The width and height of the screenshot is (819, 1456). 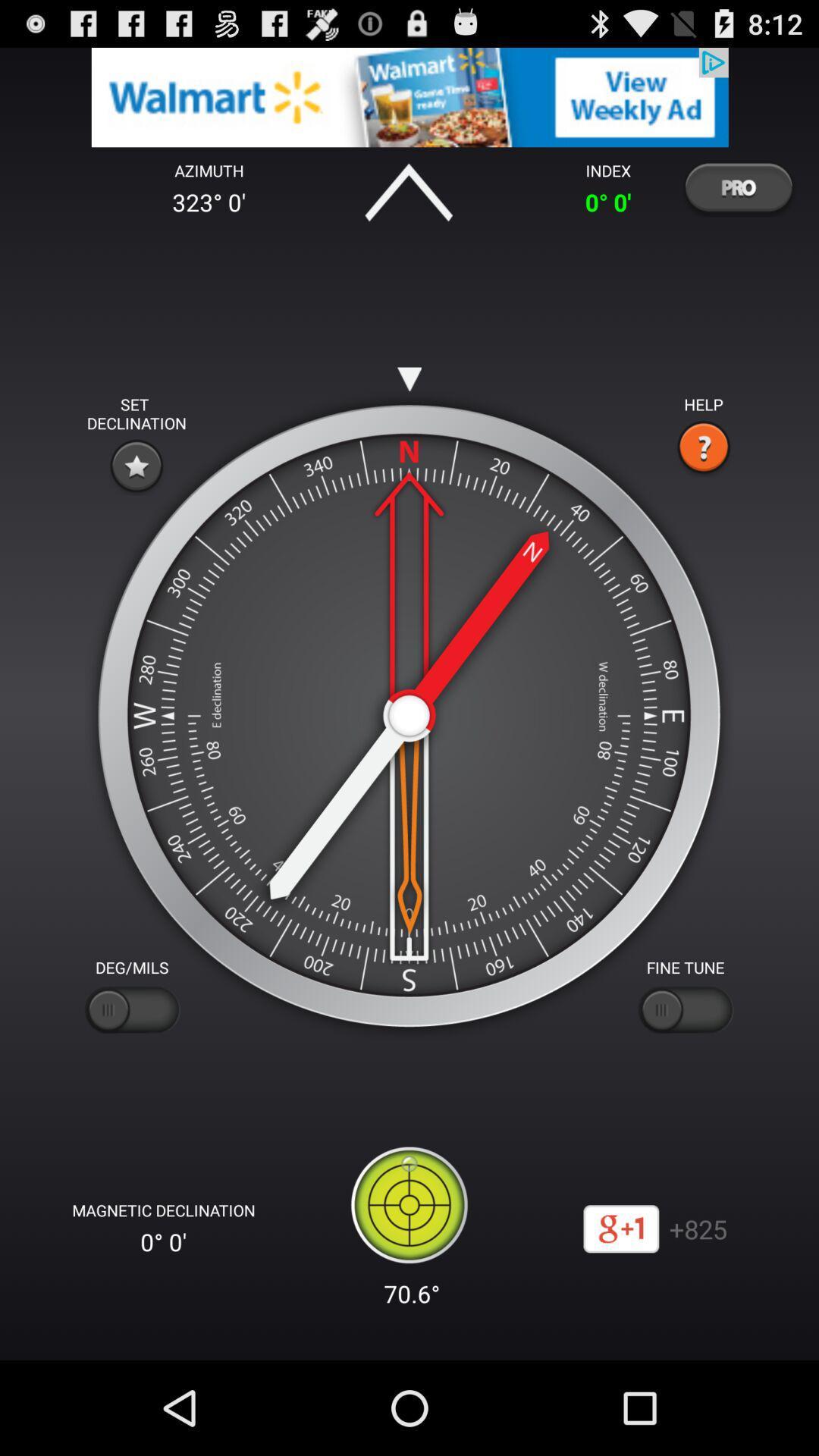 What do you see at coordinates (409, 96) in the screenshot?
I see `advertisement` at bounding box center [409, 96].